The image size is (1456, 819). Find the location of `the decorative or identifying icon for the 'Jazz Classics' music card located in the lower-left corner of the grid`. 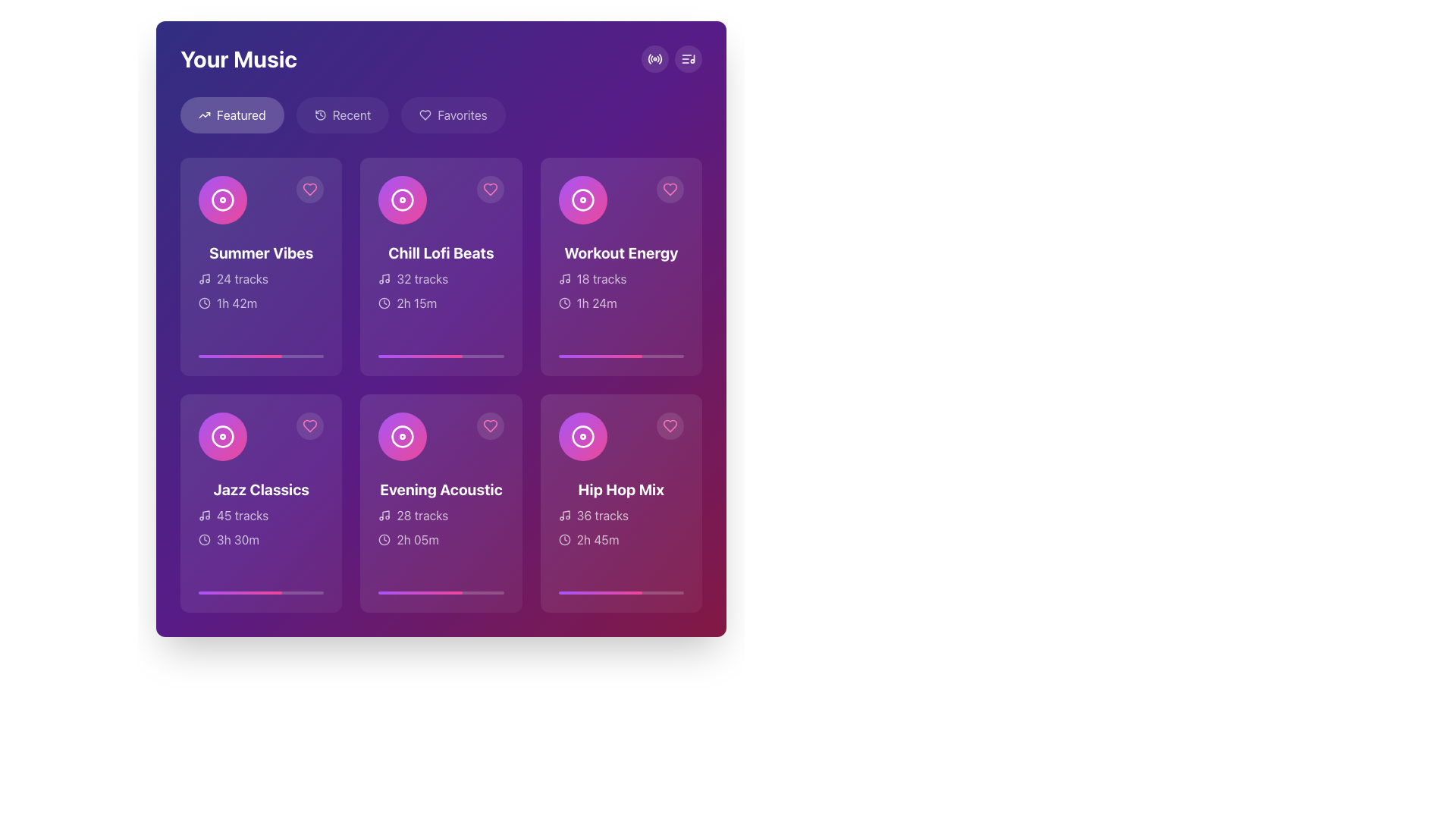

the decorative or identifying icon for the 'Jazz Classics' music card located in the lower-left corner of the grid is located at coordinates (221, 436).